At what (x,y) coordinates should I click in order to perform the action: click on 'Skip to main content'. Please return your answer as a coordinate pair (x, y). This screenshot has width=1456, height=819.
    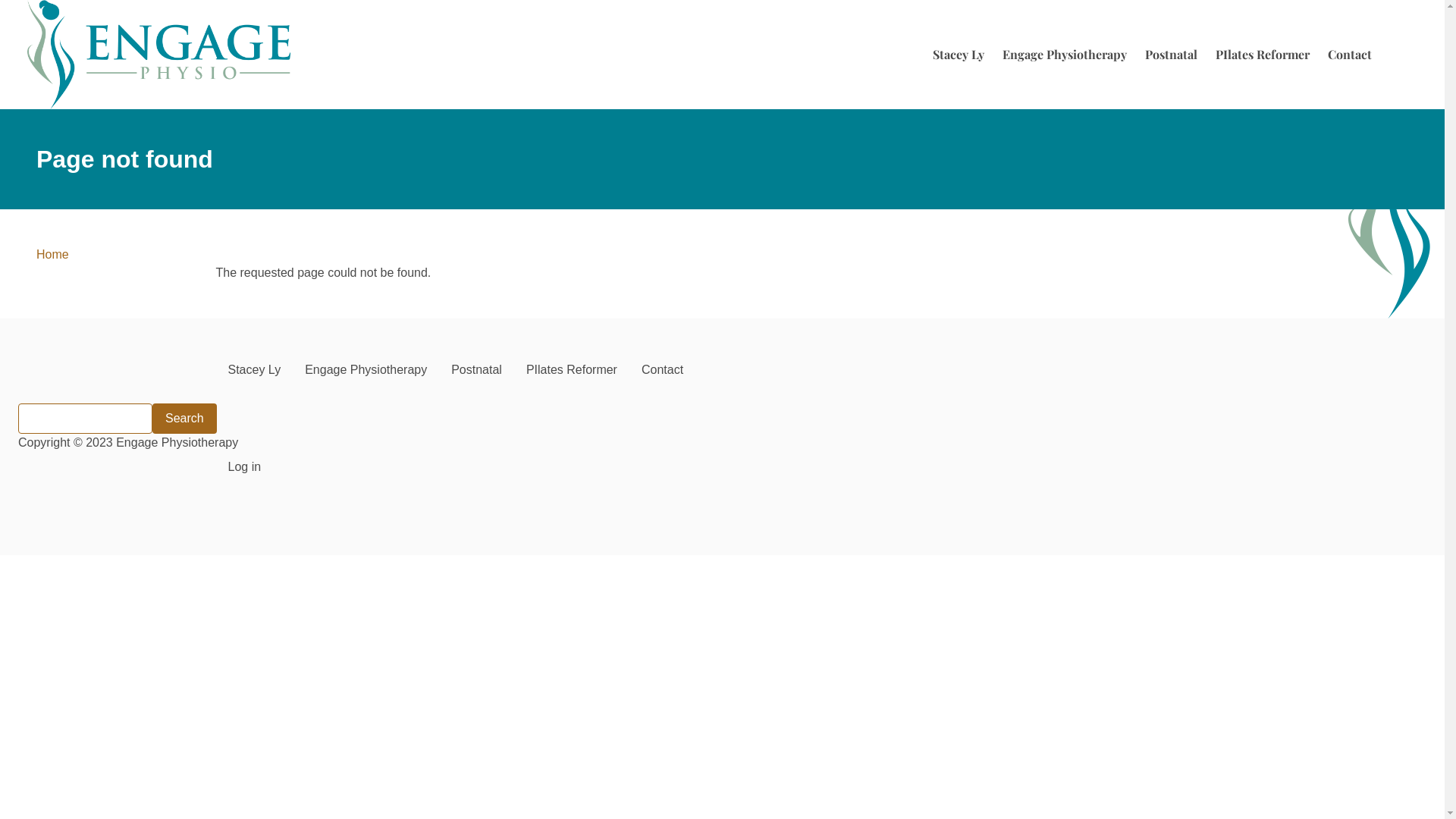
    Looking at the image, I should click on (0, 0).